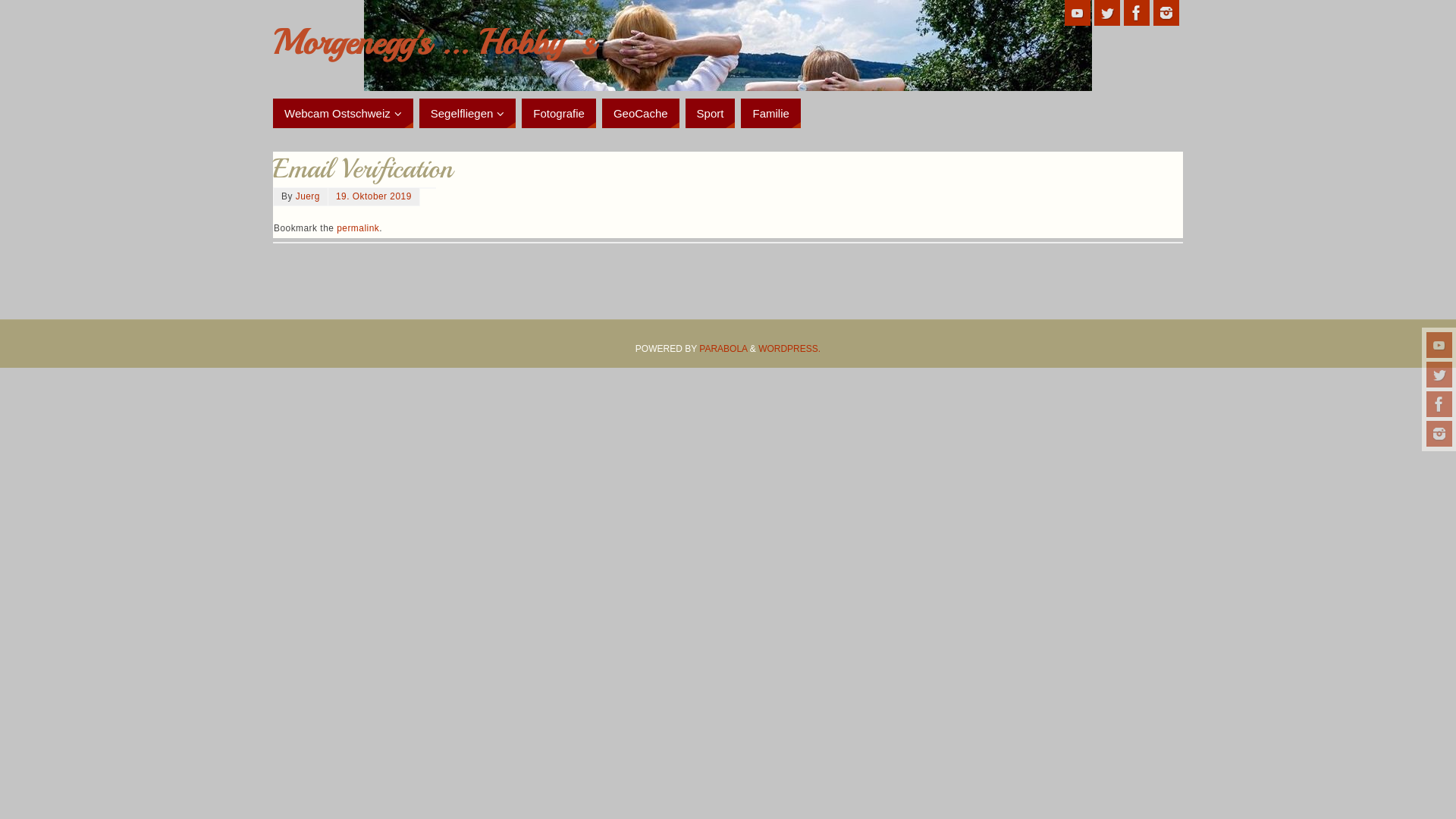  Describe the element at coordinates (1136, 12) in the screenshot. I see `'Facebook'` at that location.